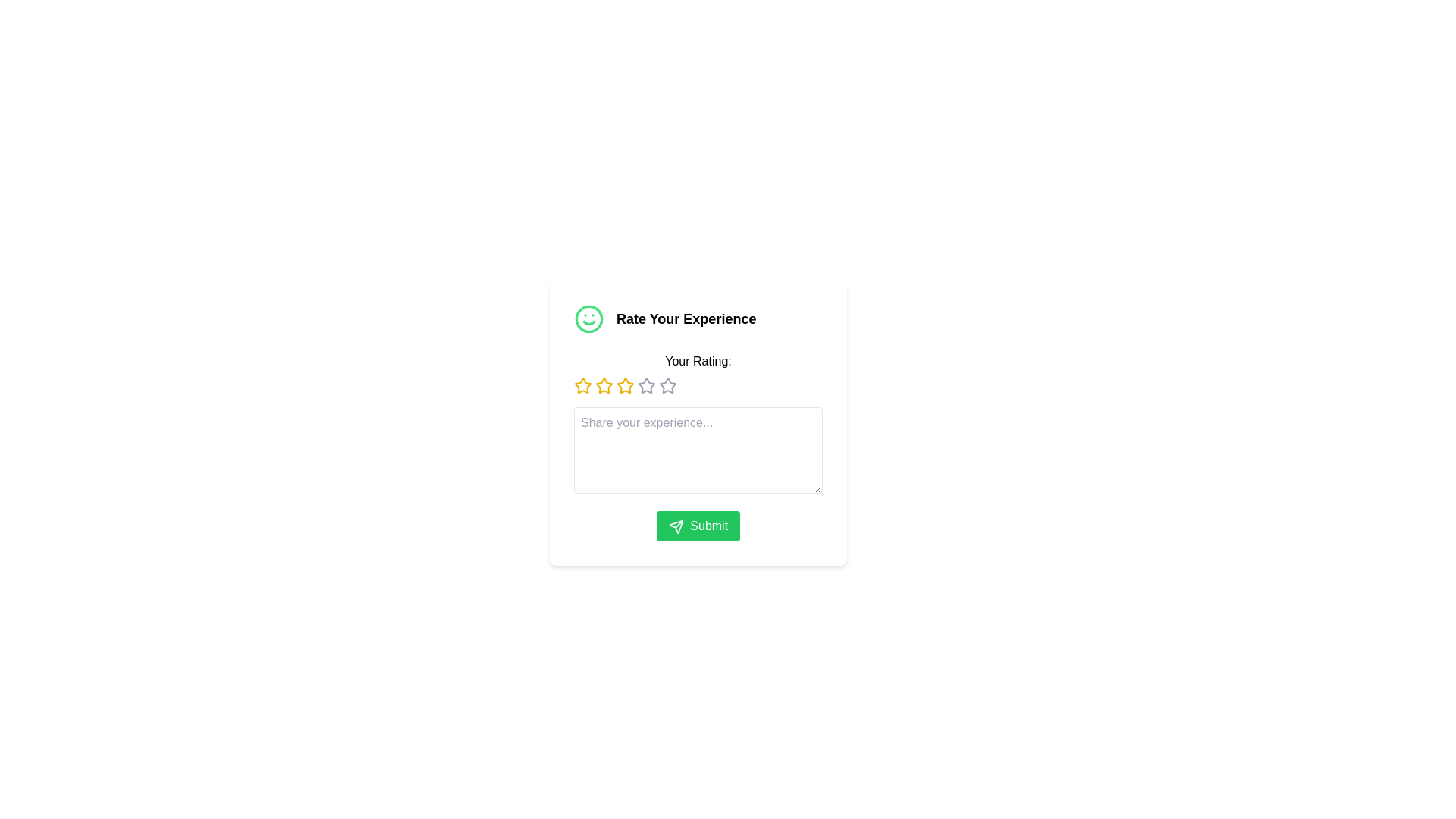 This screenshot has width=1456, height=819. What do you see at coordinates (667, 384) in the screenshot?
I see `the fourth star-shaped rating icon, which has a gray outline and white fill, located in a feedback form under the 'Your Rating:' label` at bounding box center [667, 384].